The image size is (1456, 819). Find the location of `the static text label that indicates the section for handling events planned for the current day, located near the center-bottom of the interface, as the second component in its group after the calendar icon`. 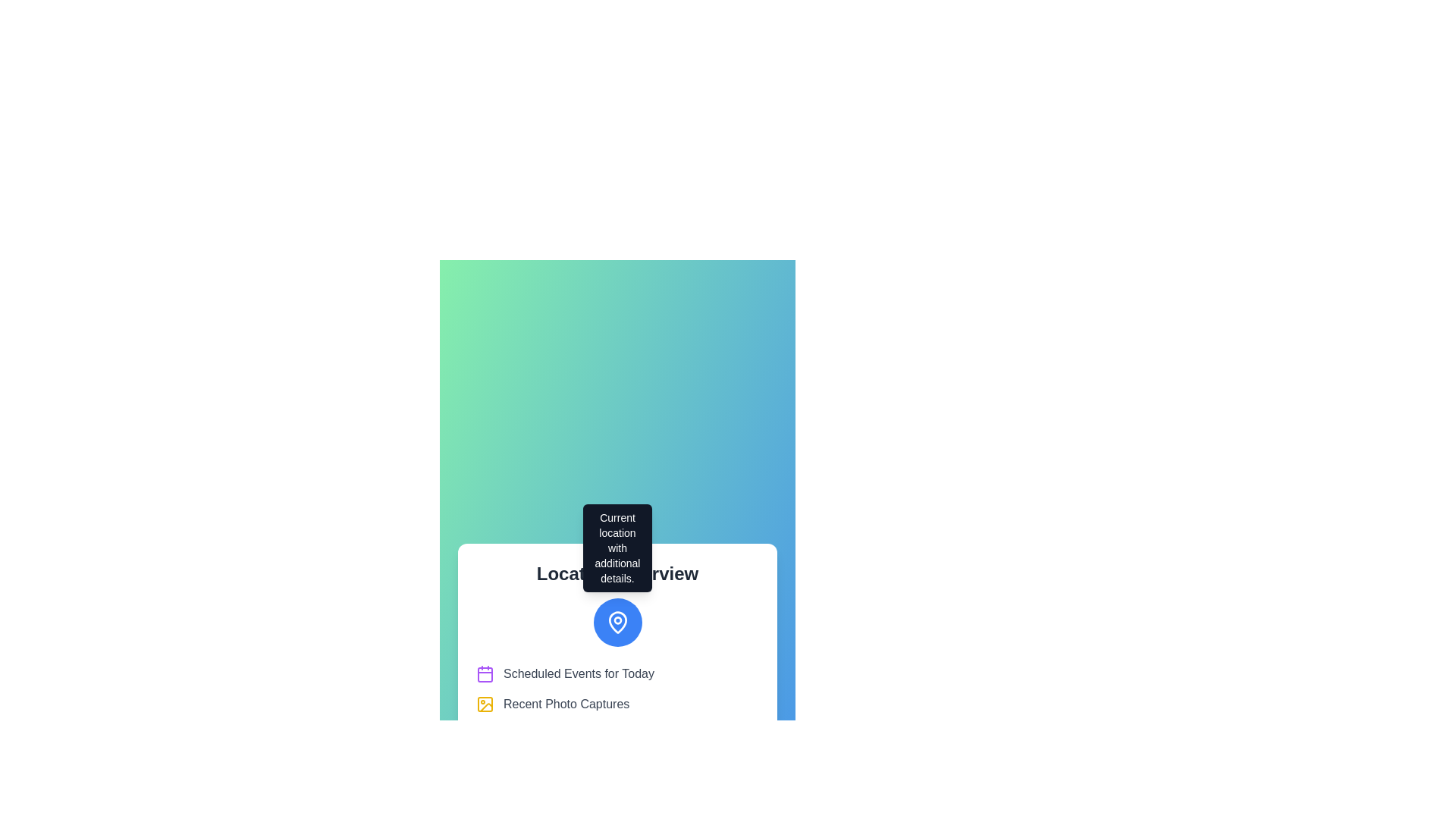

the static text label that indicates the section for handling events planned for the current day, located near the center-bottom of the interface, as the second component in its group after the calendar icon is located at coordinates (578, 673).